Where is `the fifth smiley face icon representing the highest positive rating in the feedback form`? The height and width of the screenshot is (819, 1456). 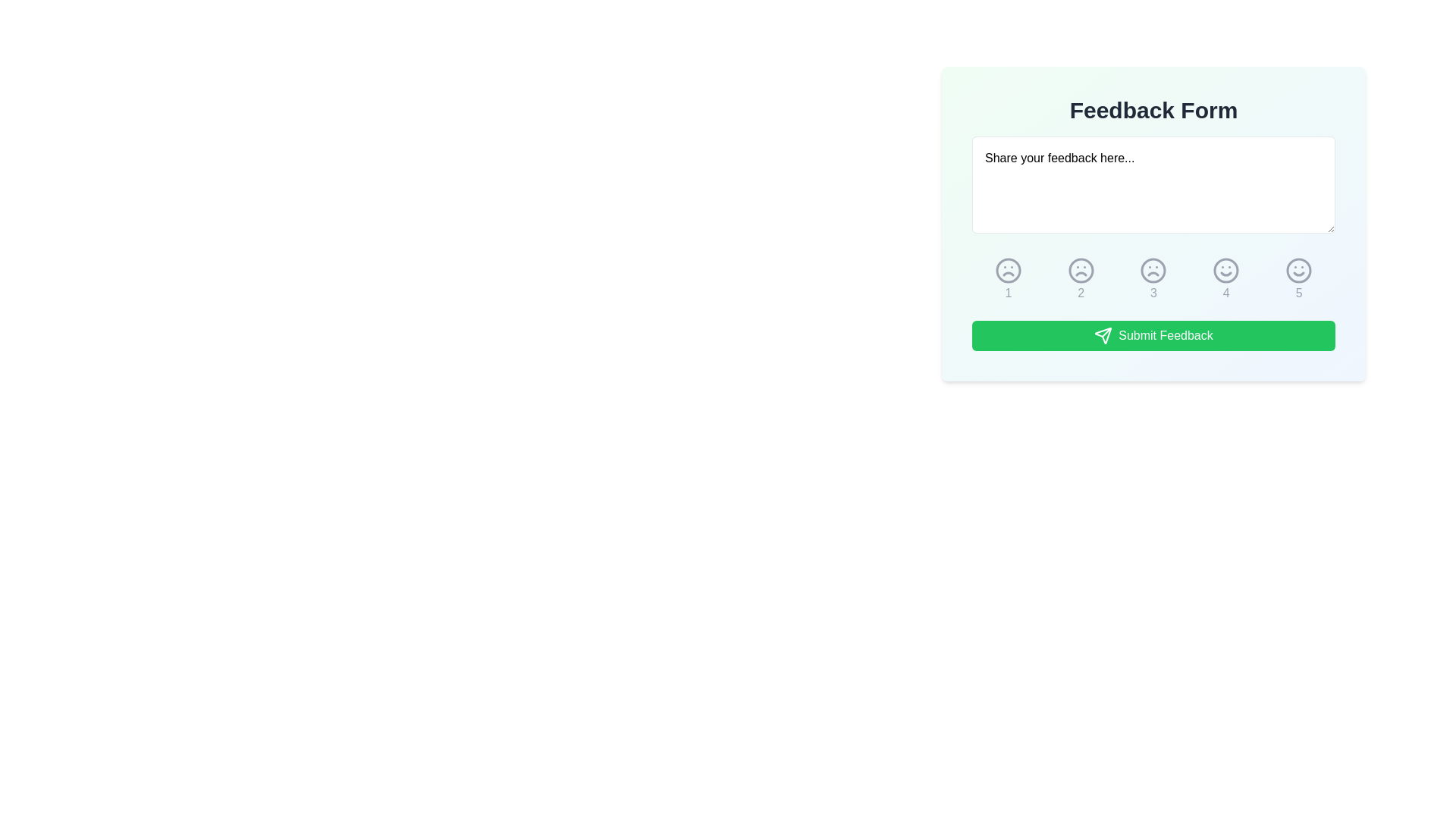 the fifth smiley face icon representing the highest positive rating in the feedback form is located at coordinates (1298, 280).